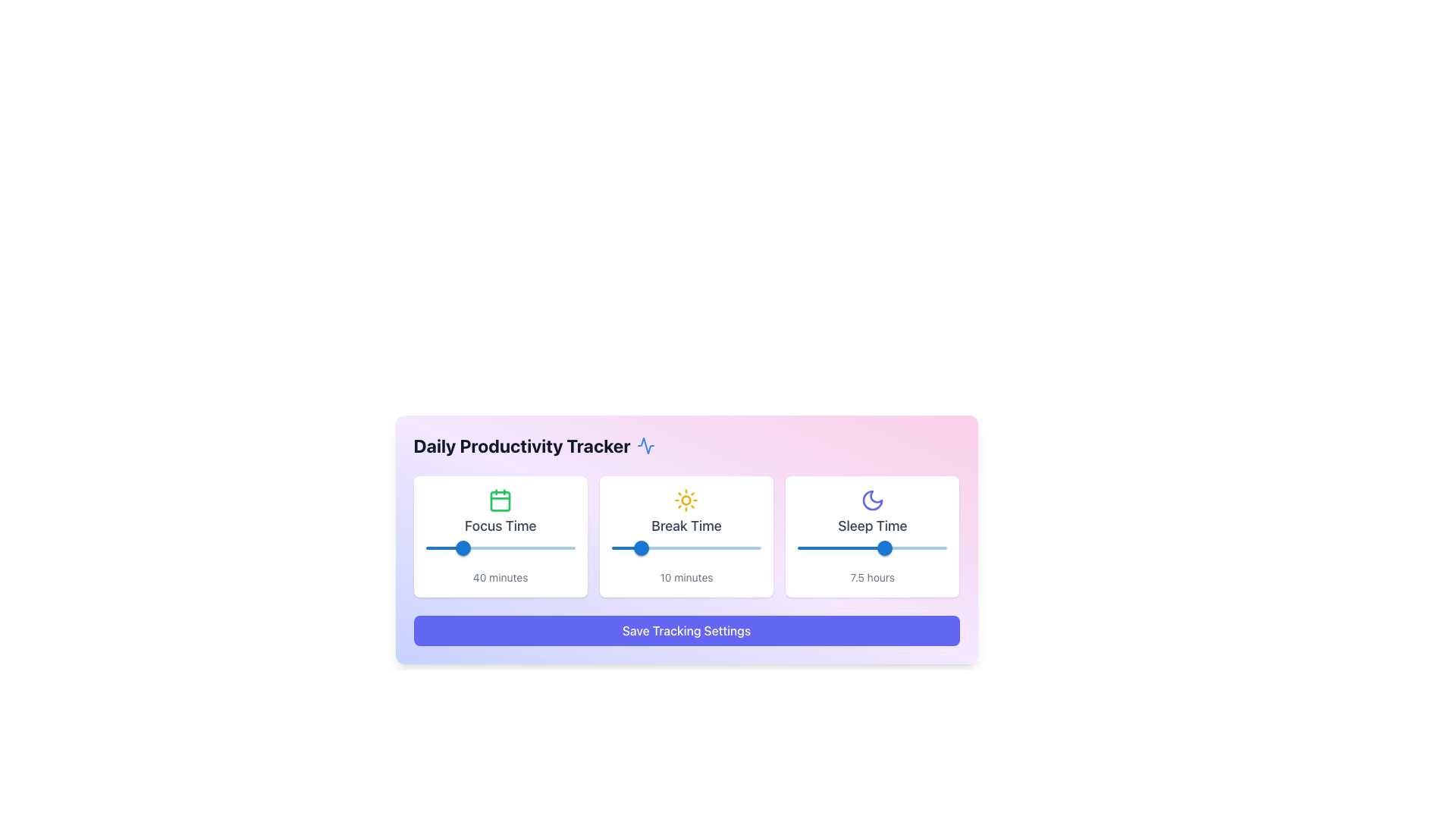 The width and height of the screenshot is (1456, 819). Describe the element at coordinates (666, 548) in the screenshot. I see `break time` at that location.